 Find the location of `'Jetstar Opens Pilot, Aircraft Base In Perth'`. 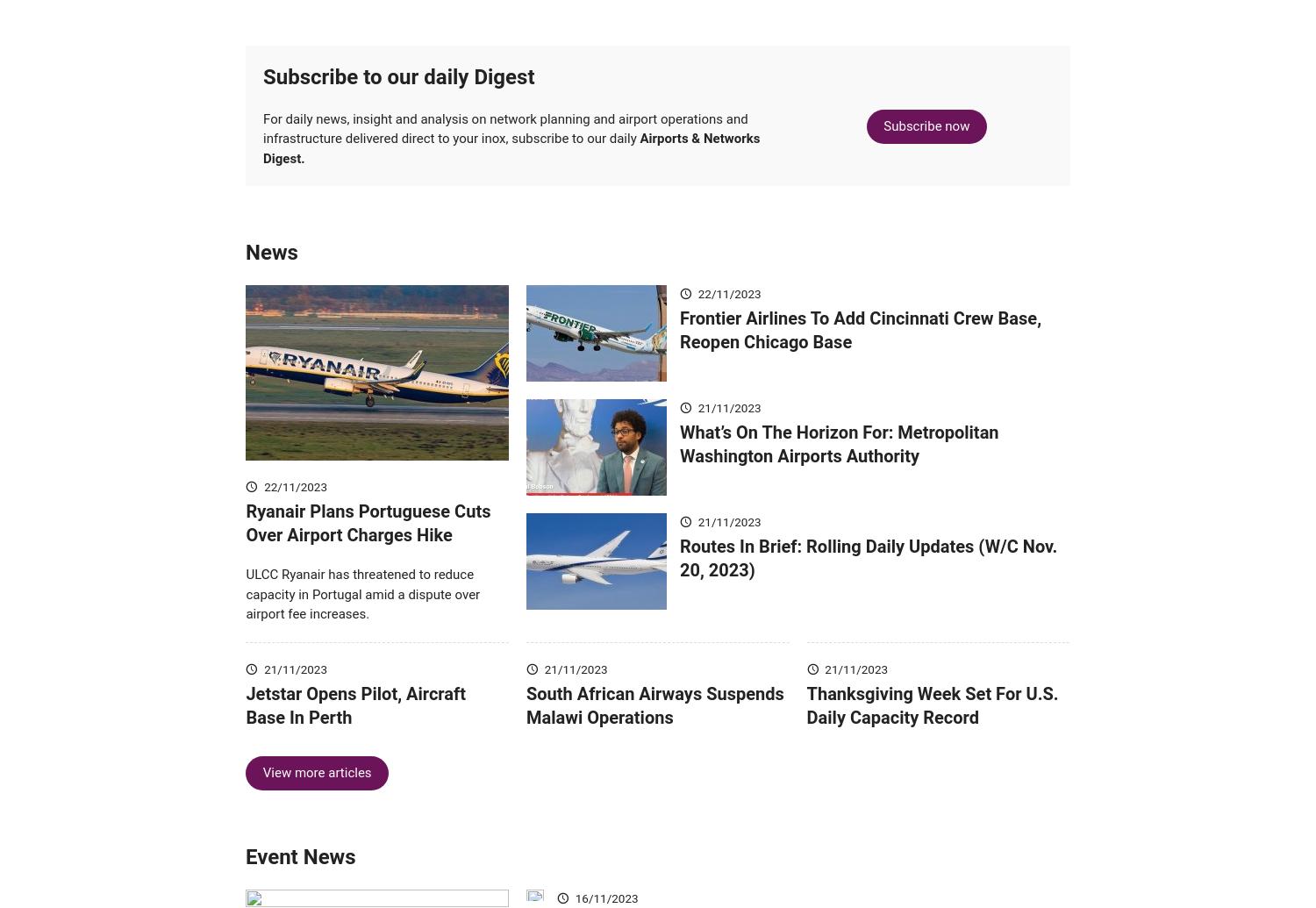

'Jetstar Opens Pilot, Aircraft Base In Perth' is located at coordinates (355, 730).